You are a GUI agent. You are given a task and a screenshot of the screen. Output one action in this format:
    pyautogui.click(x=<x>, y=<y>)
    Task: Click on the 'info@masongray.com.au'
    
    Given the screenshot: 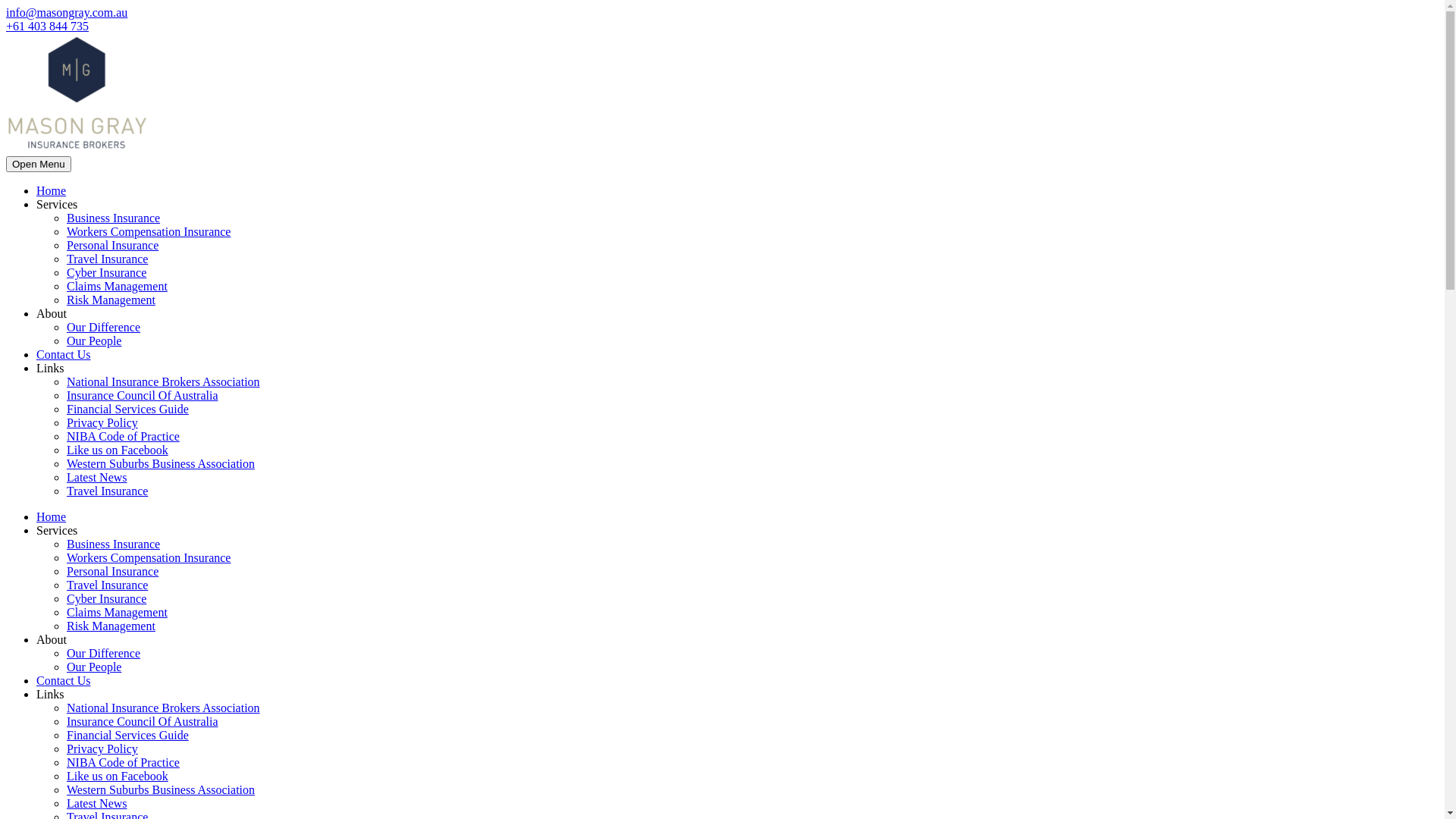 What is the action you would take?
    pyautogui.click(x=65, y=12)
    